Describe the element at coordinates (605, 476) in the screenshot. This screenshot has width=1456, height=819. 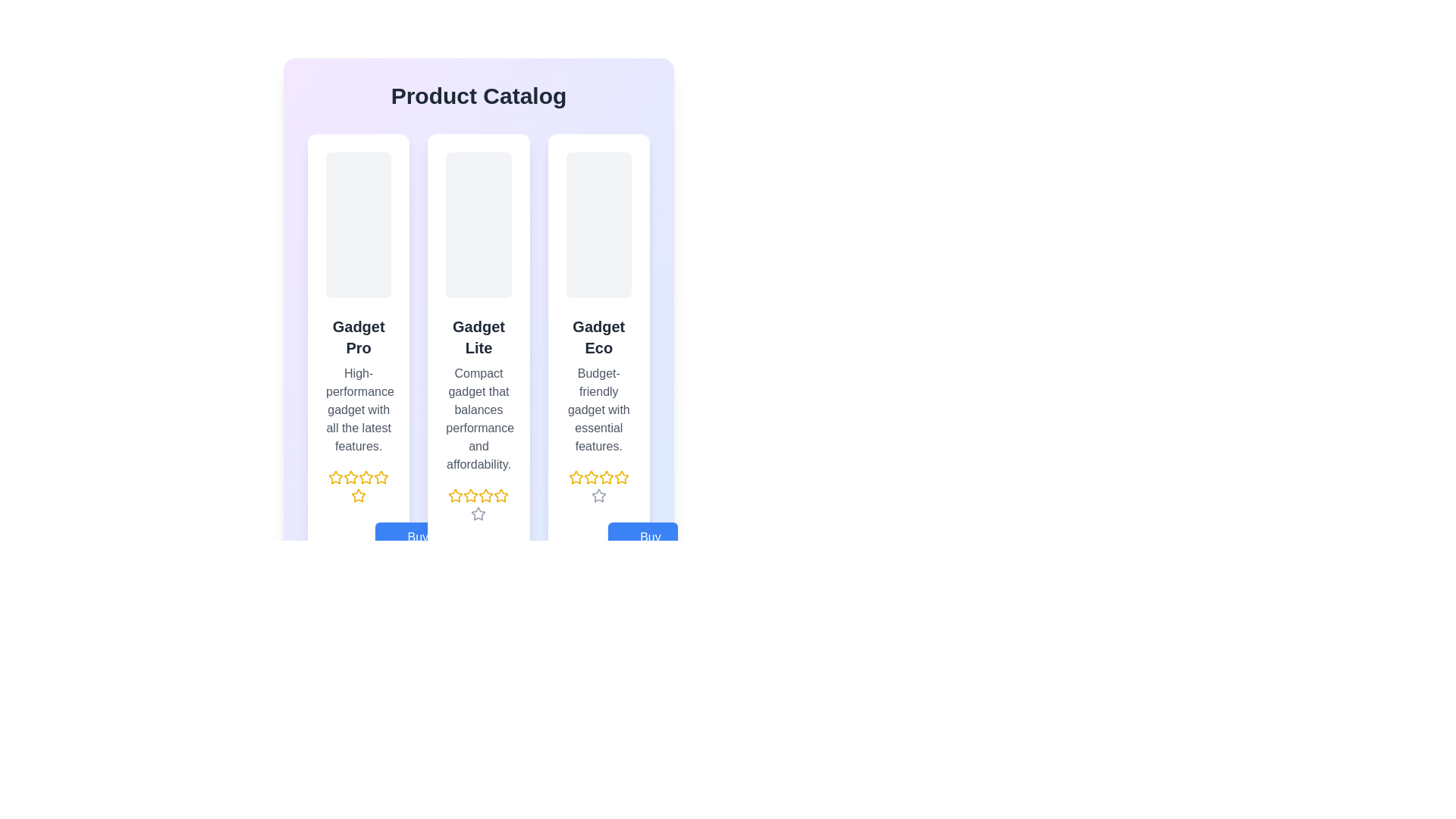
I see `the third star icon in the rating scale below the 'Gadget Eco' card` at that location.